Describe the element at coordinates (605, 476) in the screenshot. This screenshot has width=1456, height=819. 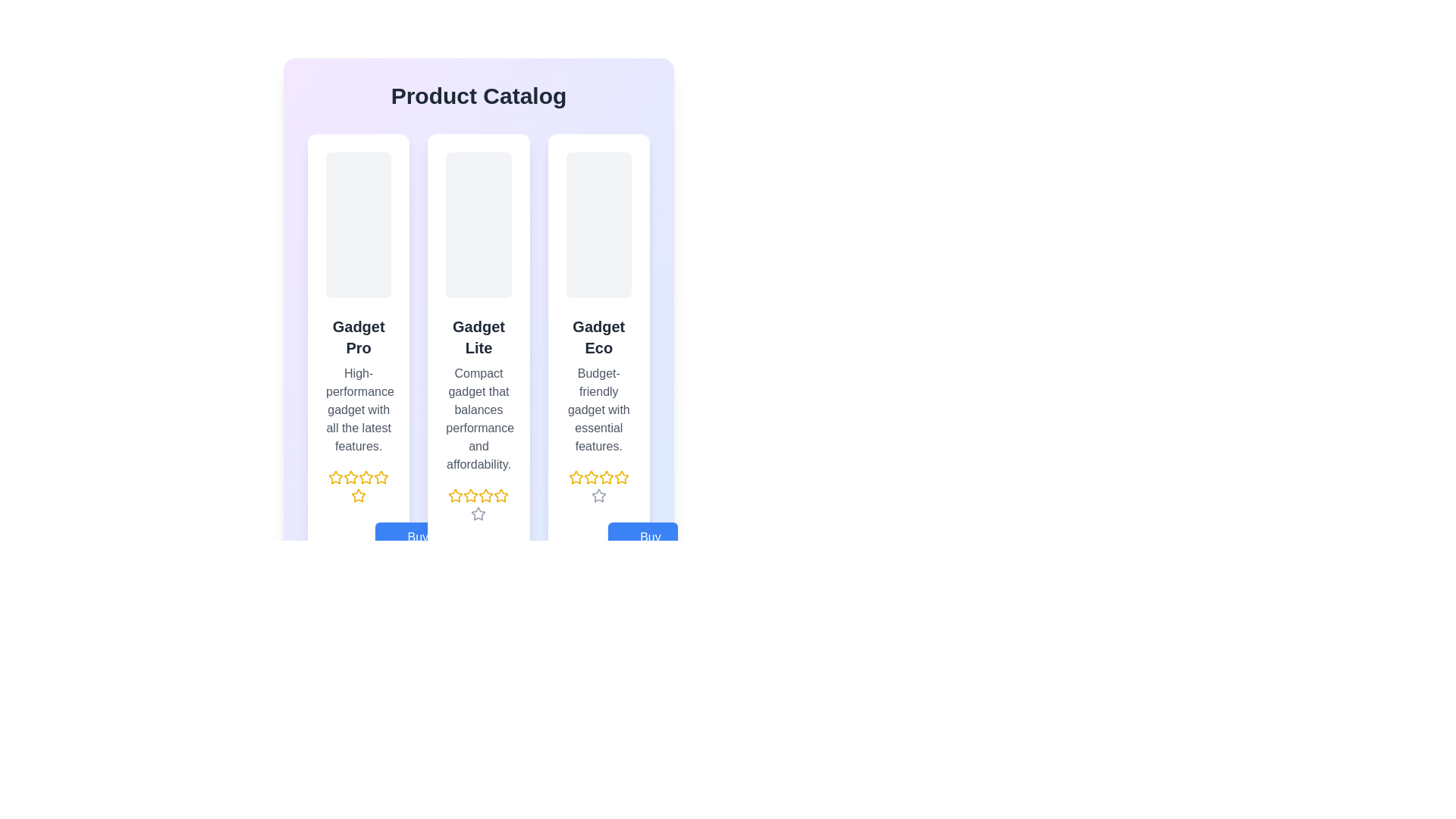
I see `the third star icon in the rating scale below the 'Gadget Eco' card` at that location.